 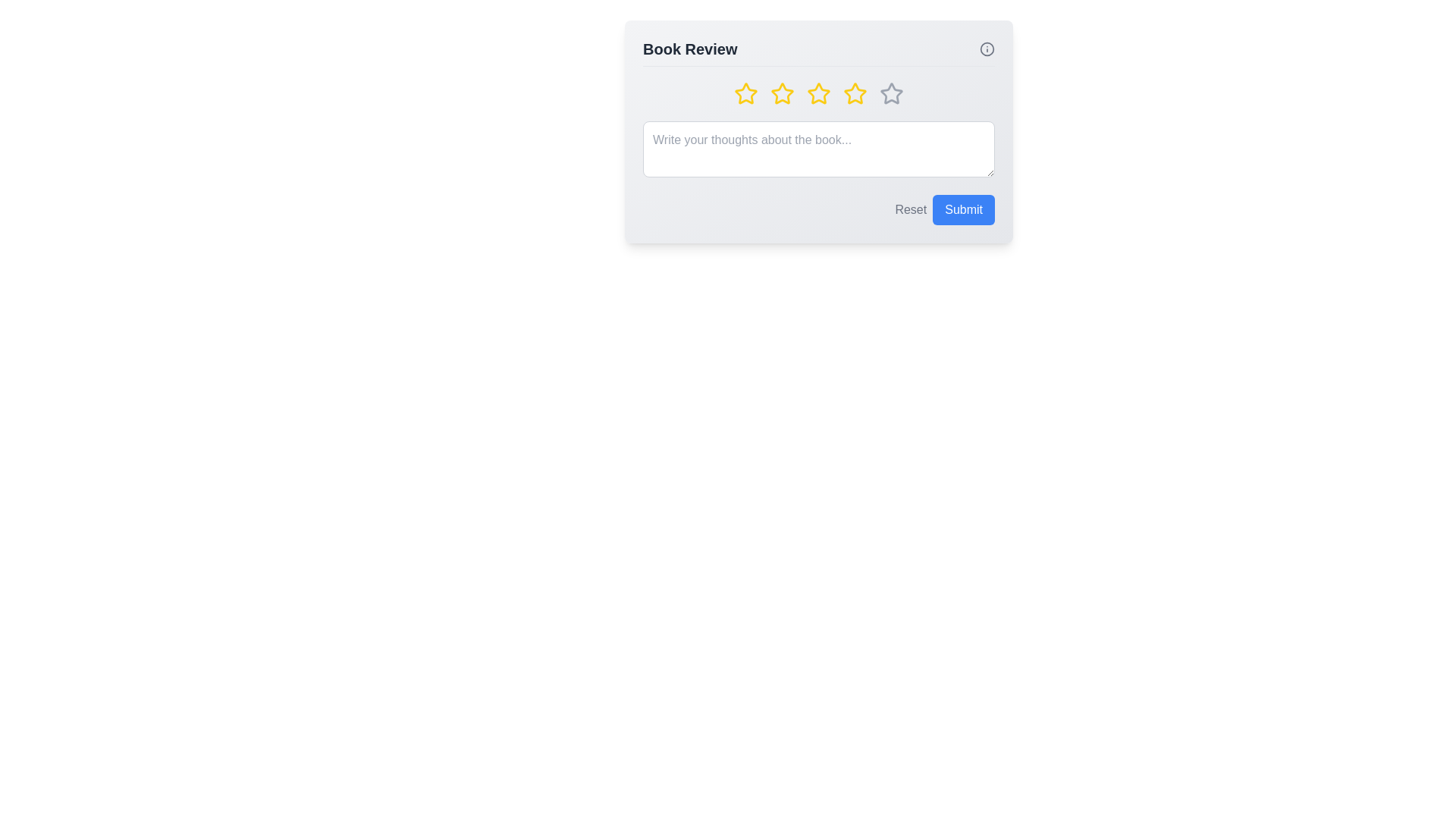 What do you see at coordinates (963, 210) in the screenshot?
I see `the 'Submit' button to submit the review and rating` at bounding box center [963, 210].